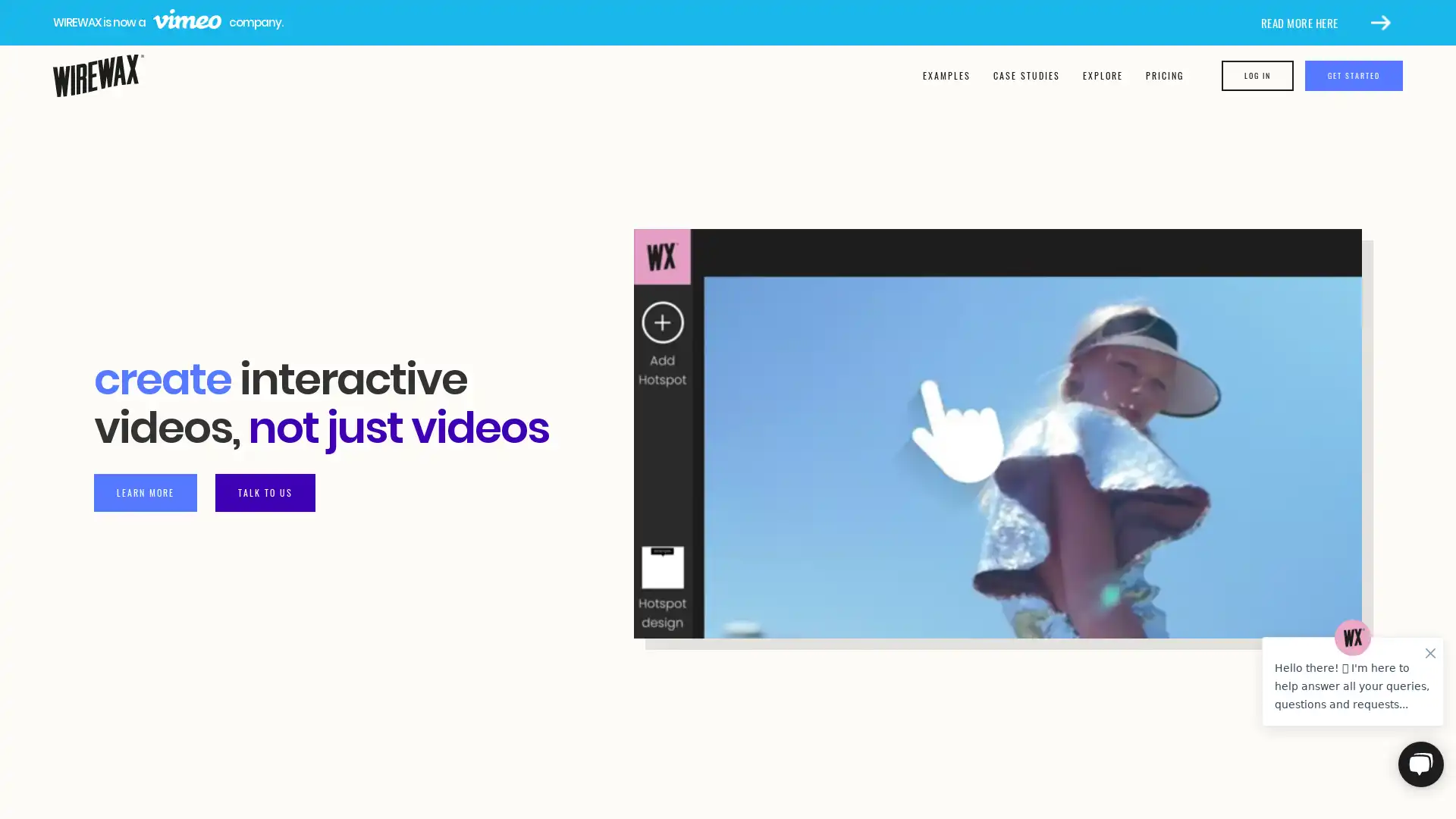 The height and width of the screenshot is (819, 1456). Describe the element at coordinates (1257, 76) in the screenshot. I see `LOG IN` at that location.